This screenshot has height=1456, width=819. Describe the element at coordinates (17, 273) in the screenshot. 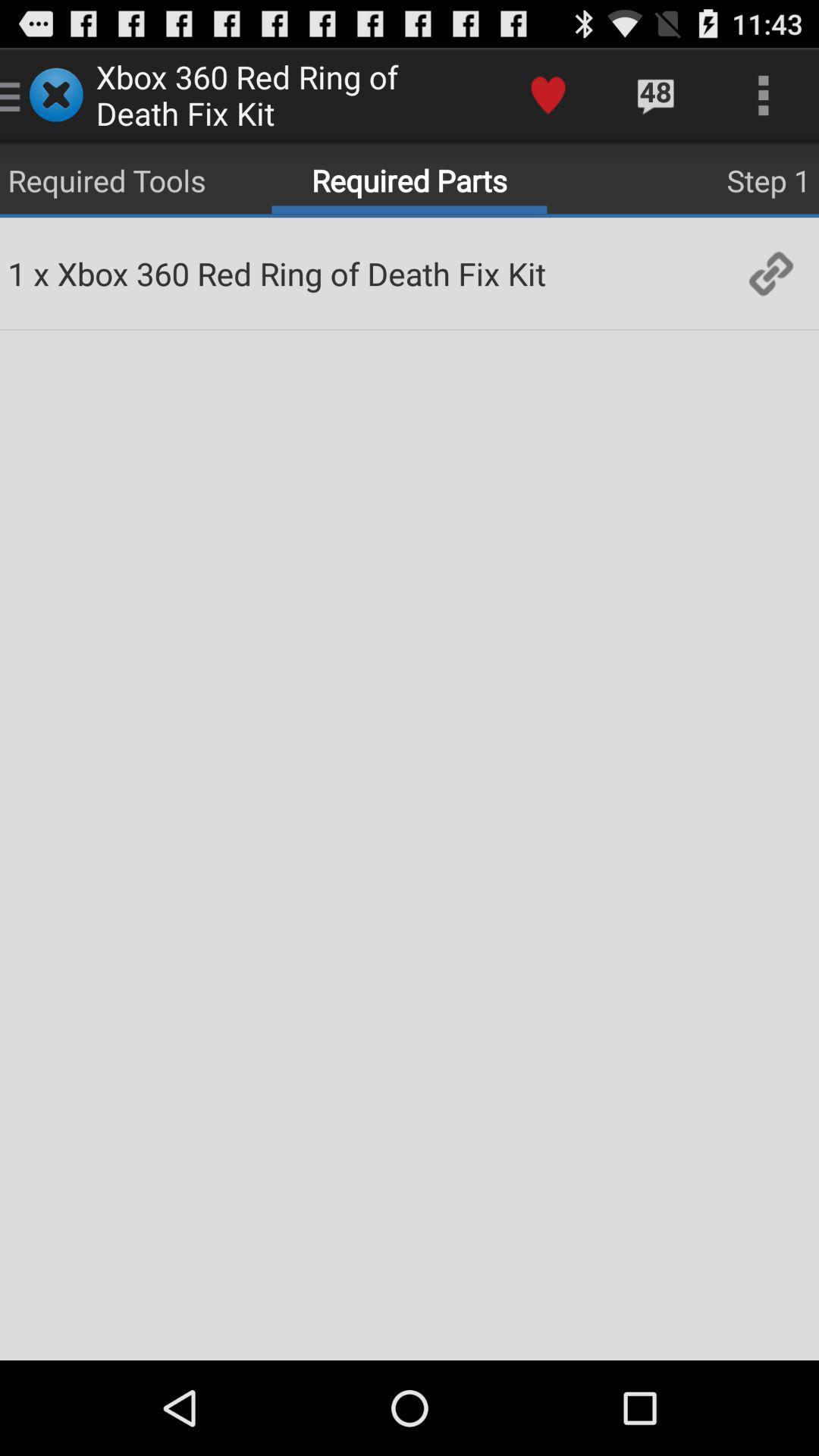

I see `app to the left of the x app` at that location.